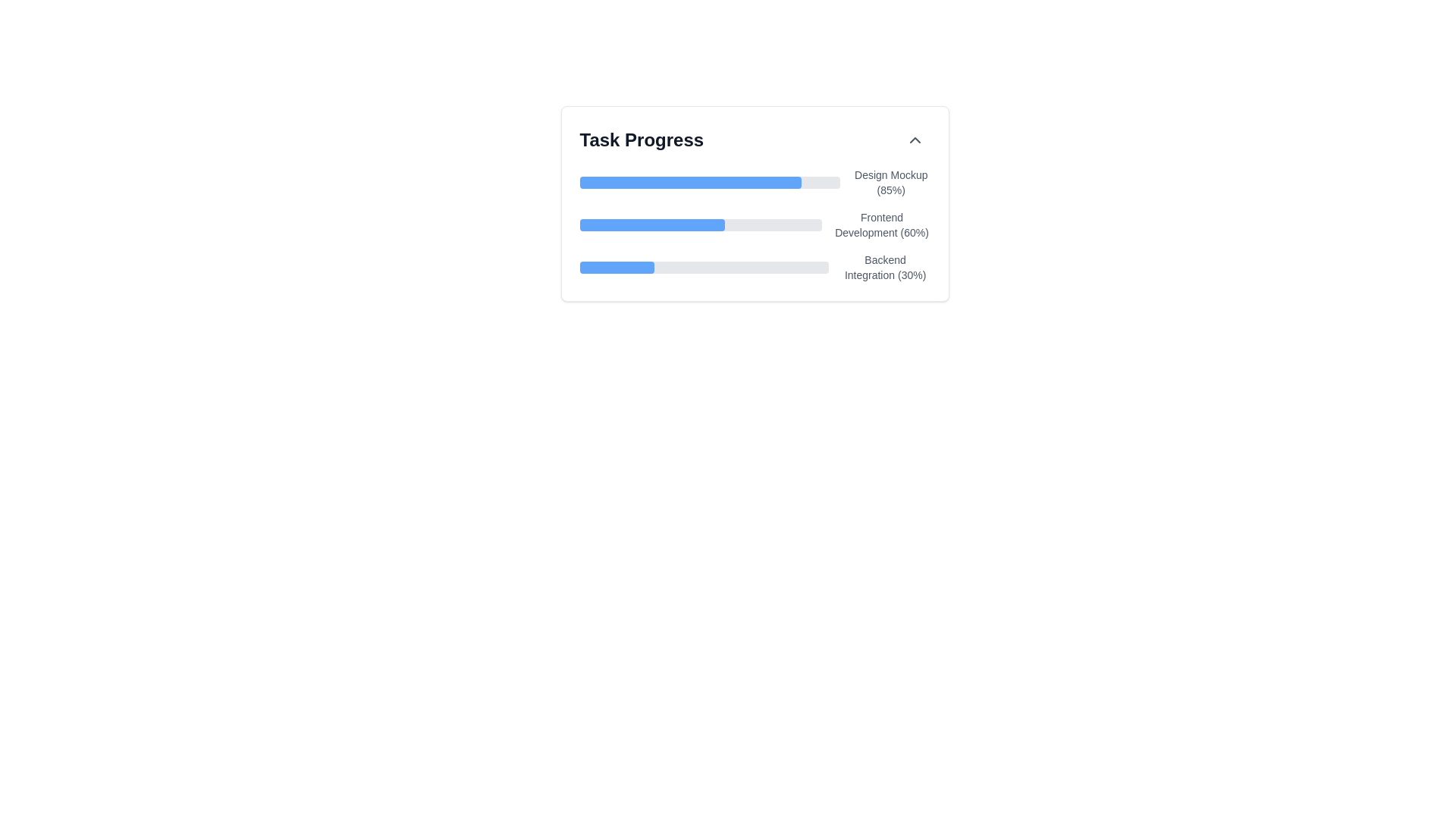 This screenshot has width=1456, height=819. I want to click on the 'Task Progress' text label, which is a prominent bold dark gray label located at the top-left corner of the task summary widget, so click(641, 140).